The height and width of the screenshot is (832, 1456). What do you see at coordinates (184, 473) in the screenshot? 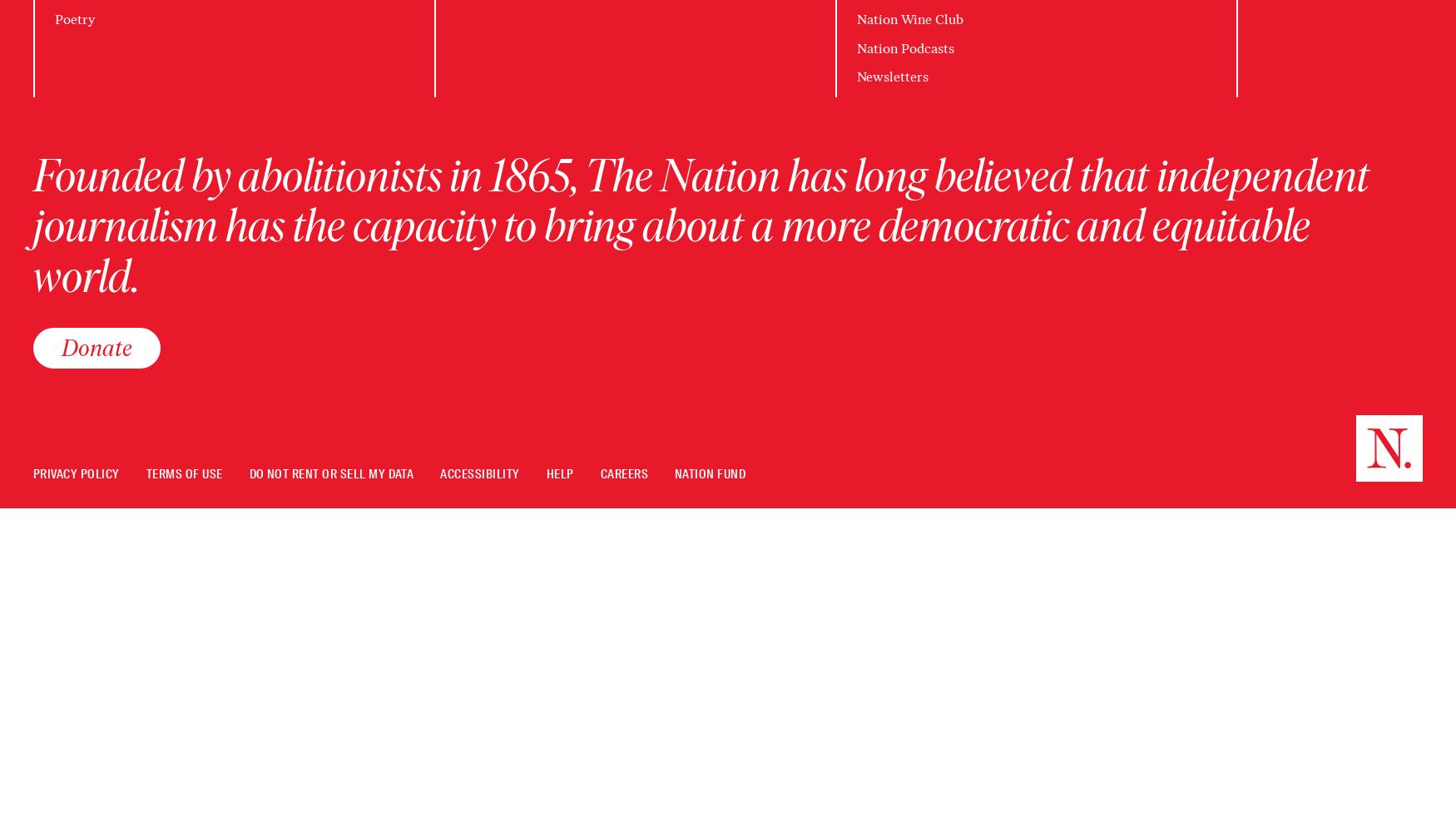
I see `'Terms of Use'` at bounding box center [184, 473].